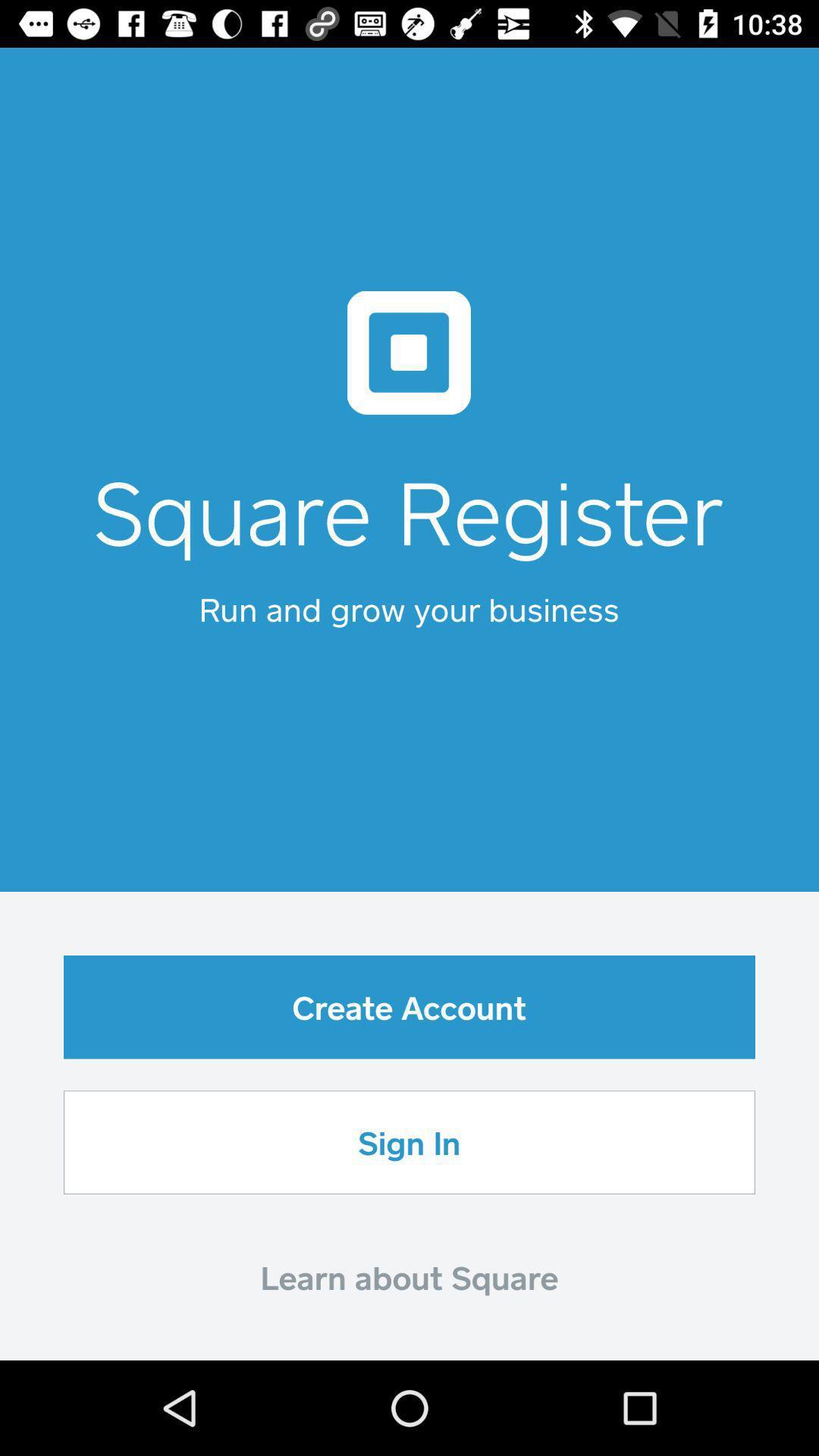 This screenshot has height=1456, width=819. What do you see at coordinates (409, 1007) in the screenshot?
I see `the create account item` at bounding box center [409, 1007].